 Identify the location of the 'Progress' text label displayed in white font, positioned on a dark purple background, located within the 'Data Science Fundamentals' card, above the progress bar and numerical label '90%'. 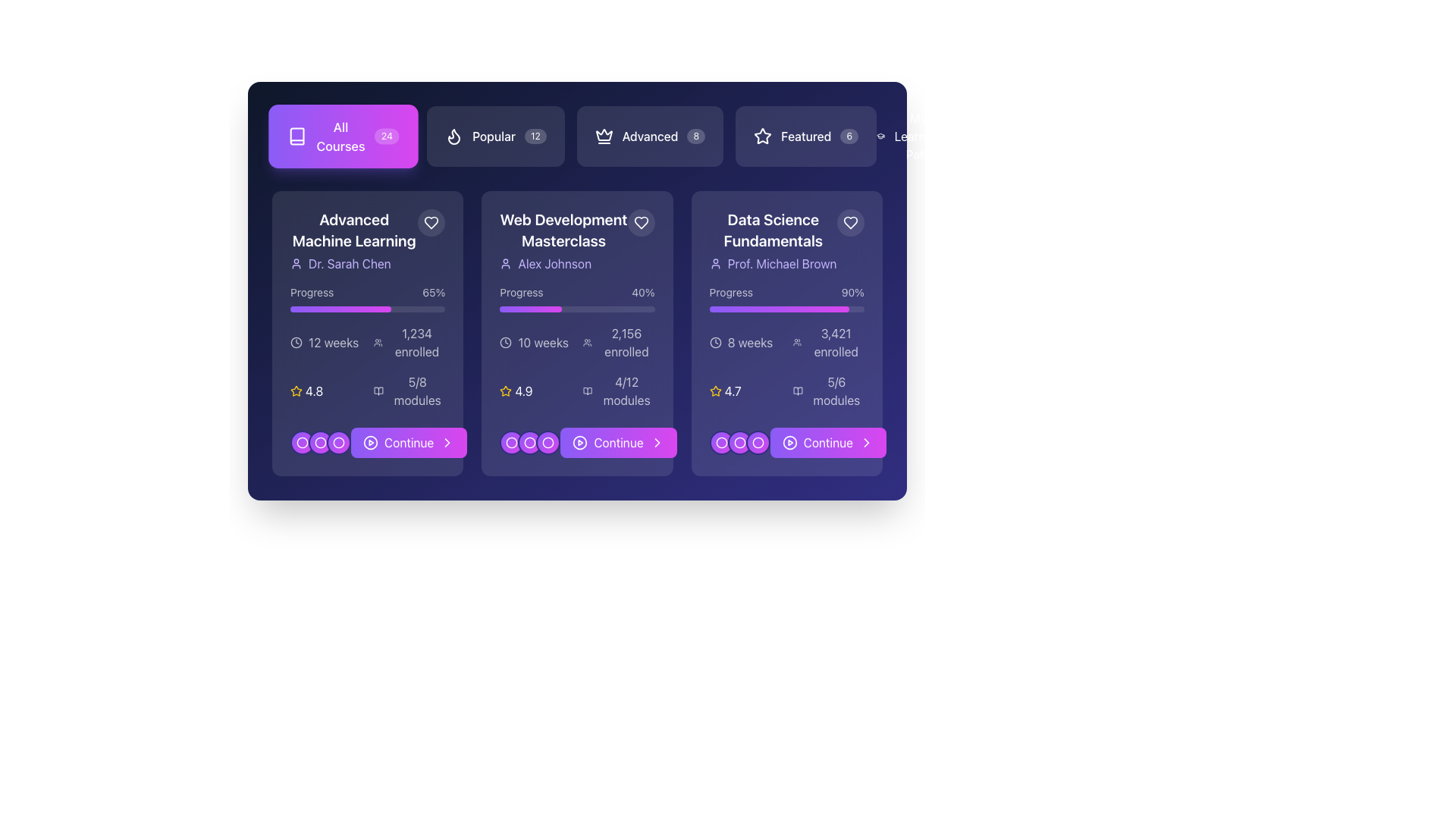
(731, 292).